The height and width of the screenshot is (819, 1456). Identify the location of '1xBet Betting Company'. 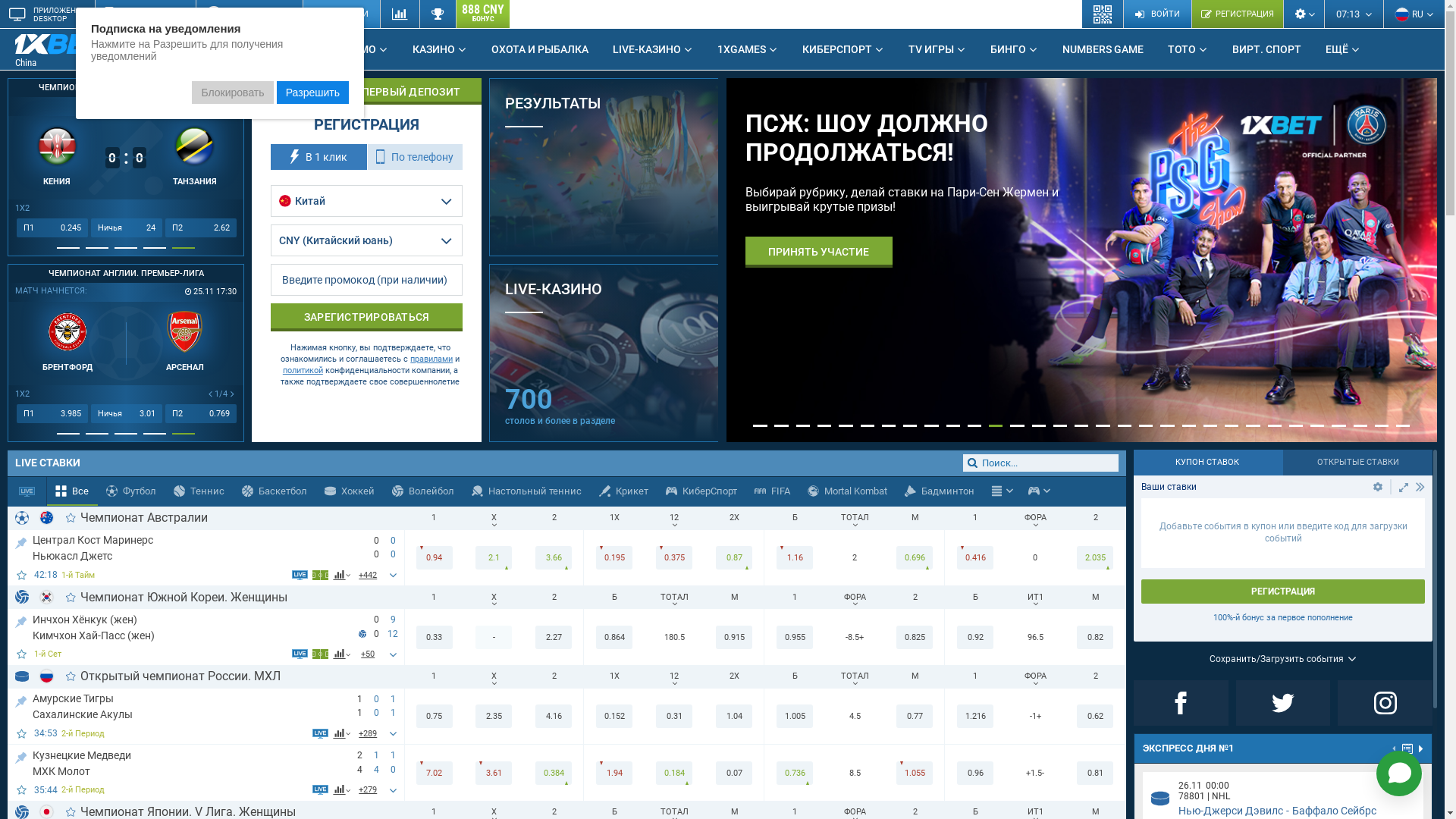
(61, 42).